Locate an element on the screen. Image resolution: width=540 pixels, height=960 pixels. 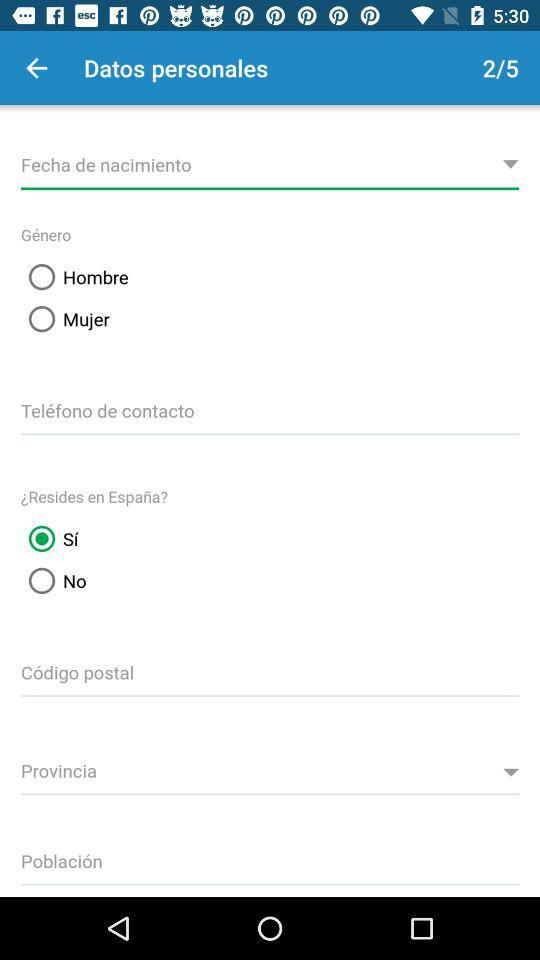
poblacin is located at coordinates (270, 857).